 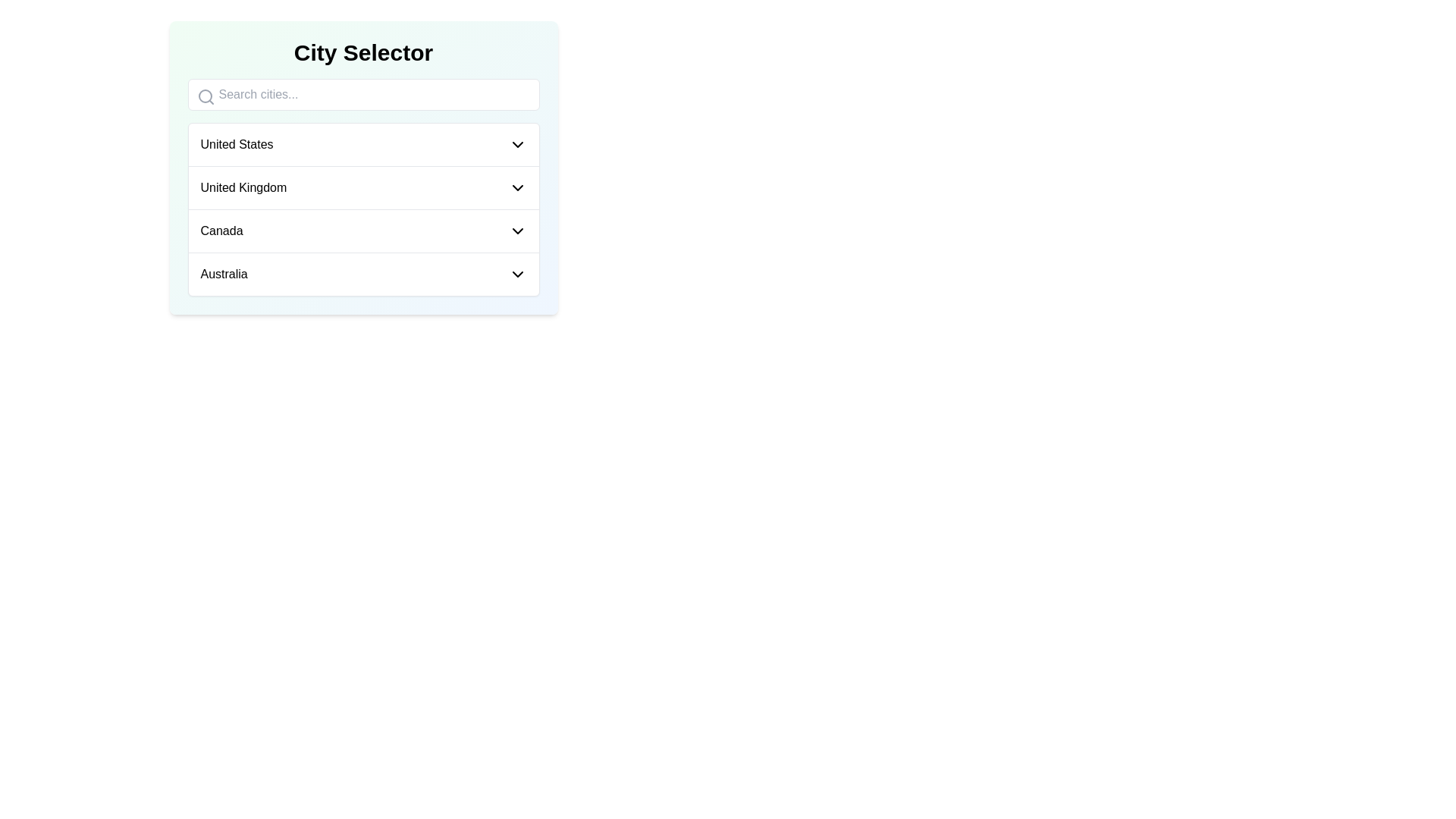 I want to click on the small downward-pointing chevron icon, which is outlined in black and filled with white, located to the right of the 'United Kingdom' label, so click(x=517, y=187).